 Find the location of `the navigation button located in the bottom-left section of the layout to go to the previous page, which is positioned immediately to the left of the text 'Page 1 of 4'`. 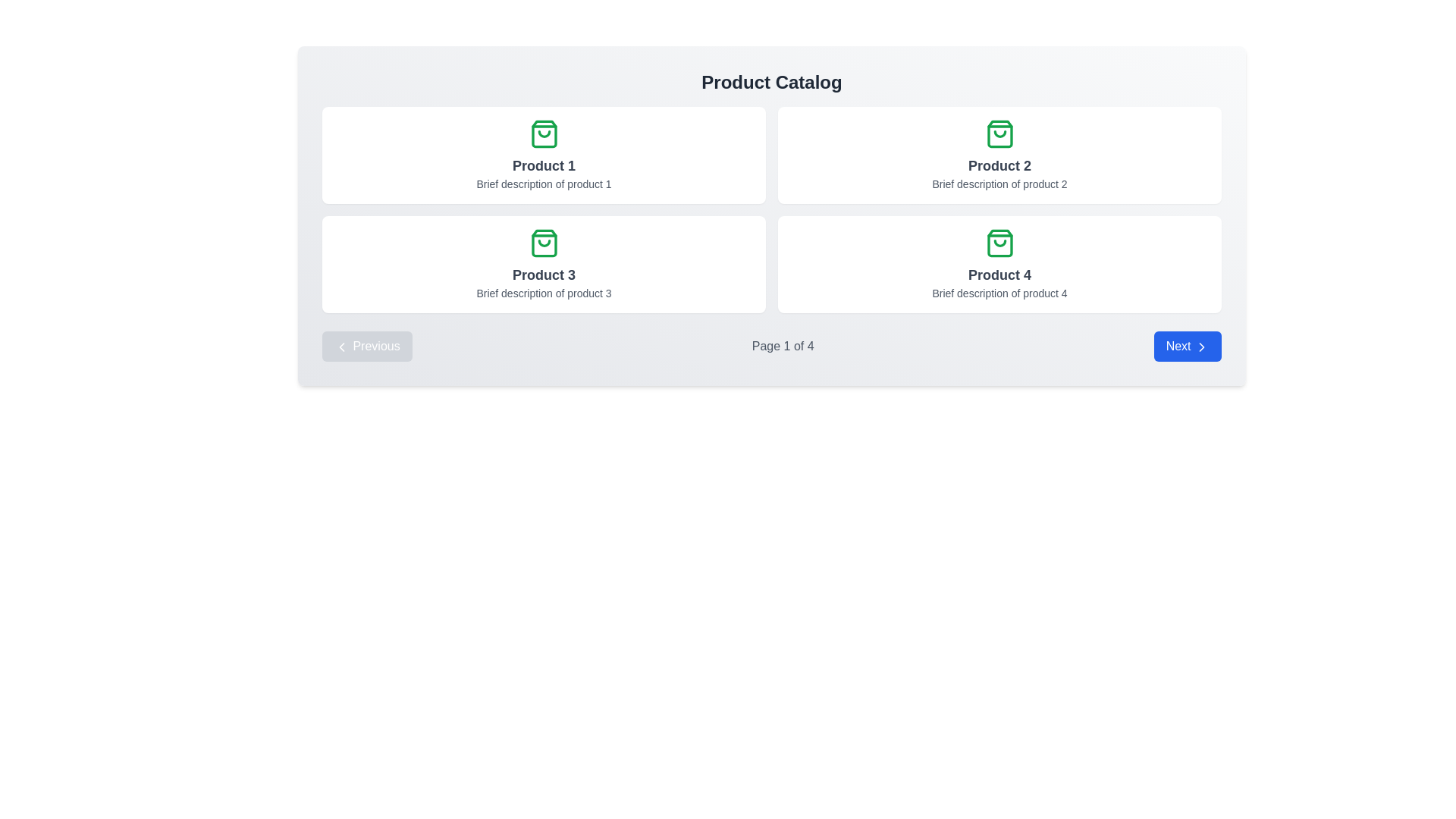

the navigation button located in the bottom-left section of the layout to go to the previous page, which is positioned immediately to the left of the text 'Page 1 of 4' is located at coordinates (367, 346).